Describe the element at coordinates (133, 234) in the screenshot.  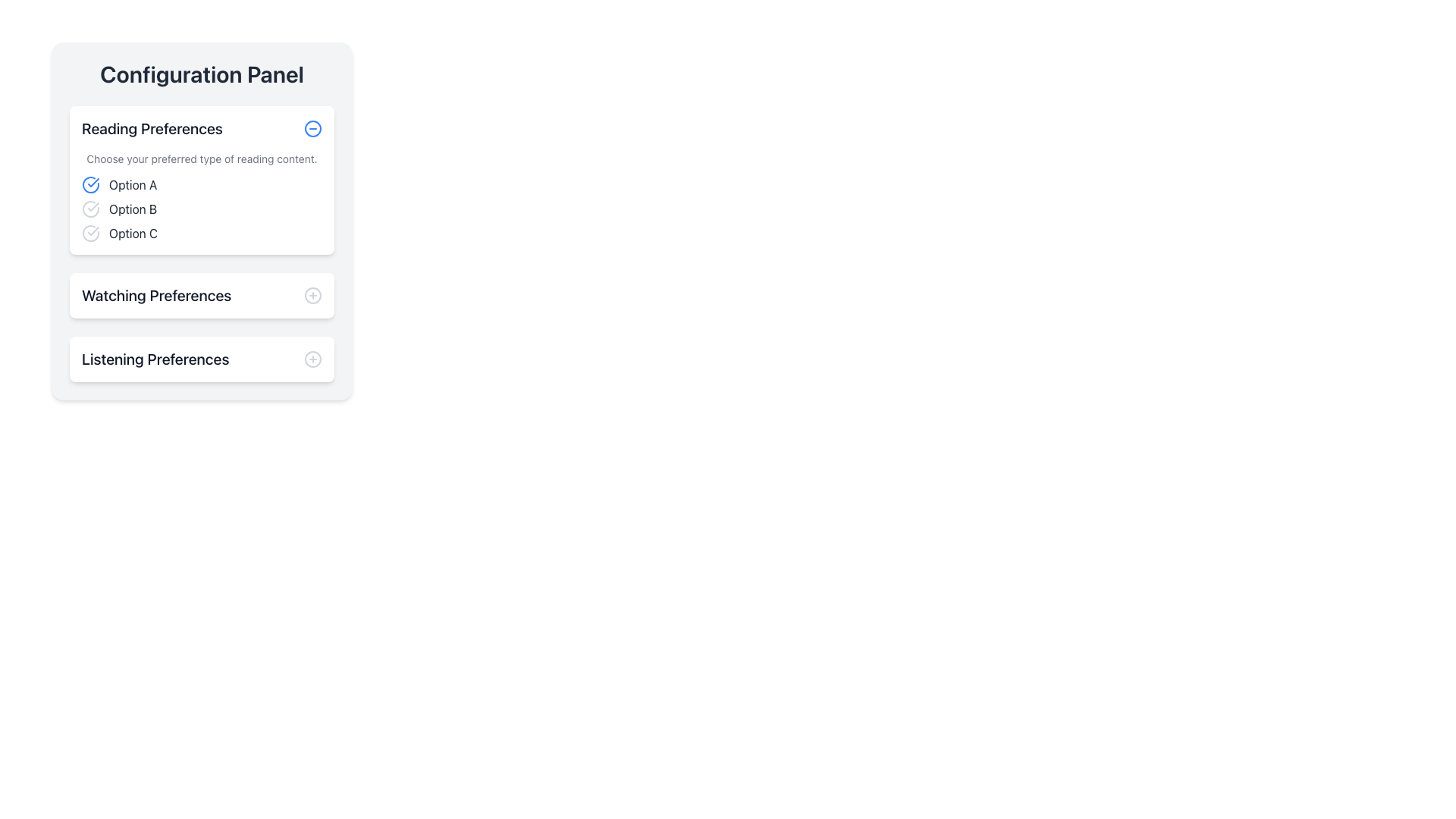
I see `text label displaying 'Option C' in dark gray font located in the 'Reading Preferences' section of the 'Configuration Panel', which is the third option in the list` at that location.